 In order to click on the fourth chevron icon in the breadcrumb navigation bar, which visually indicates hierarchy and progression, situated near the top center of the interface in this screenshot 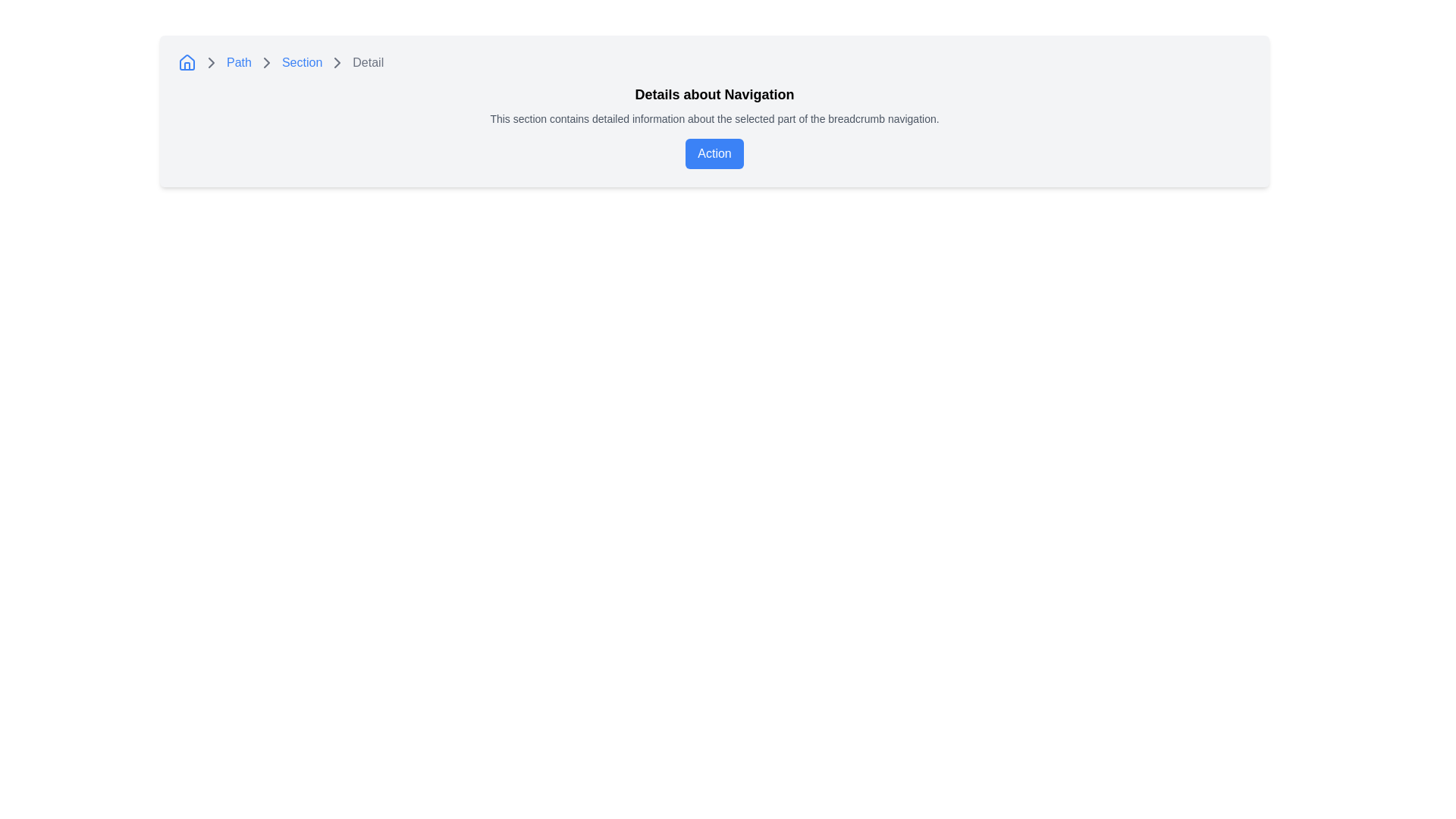, I will do `click(337, 62)`.